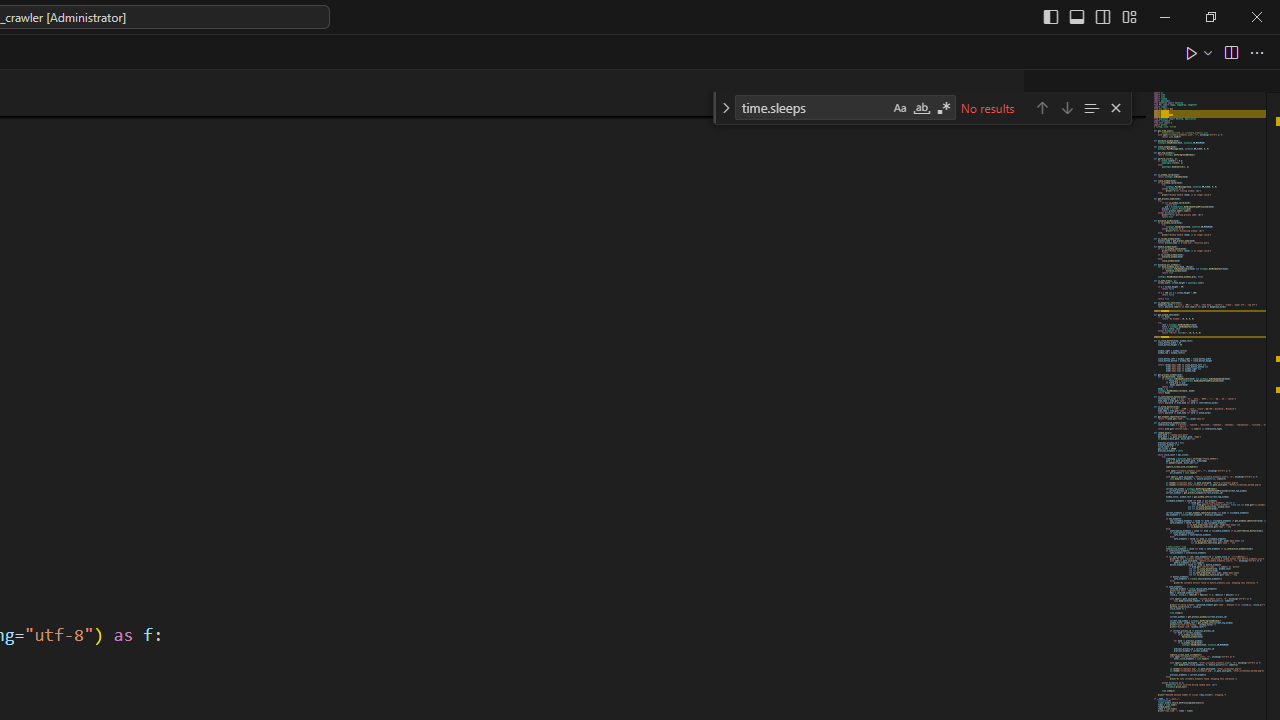  I want to click on 'Run Python File', so click(1192, 51).